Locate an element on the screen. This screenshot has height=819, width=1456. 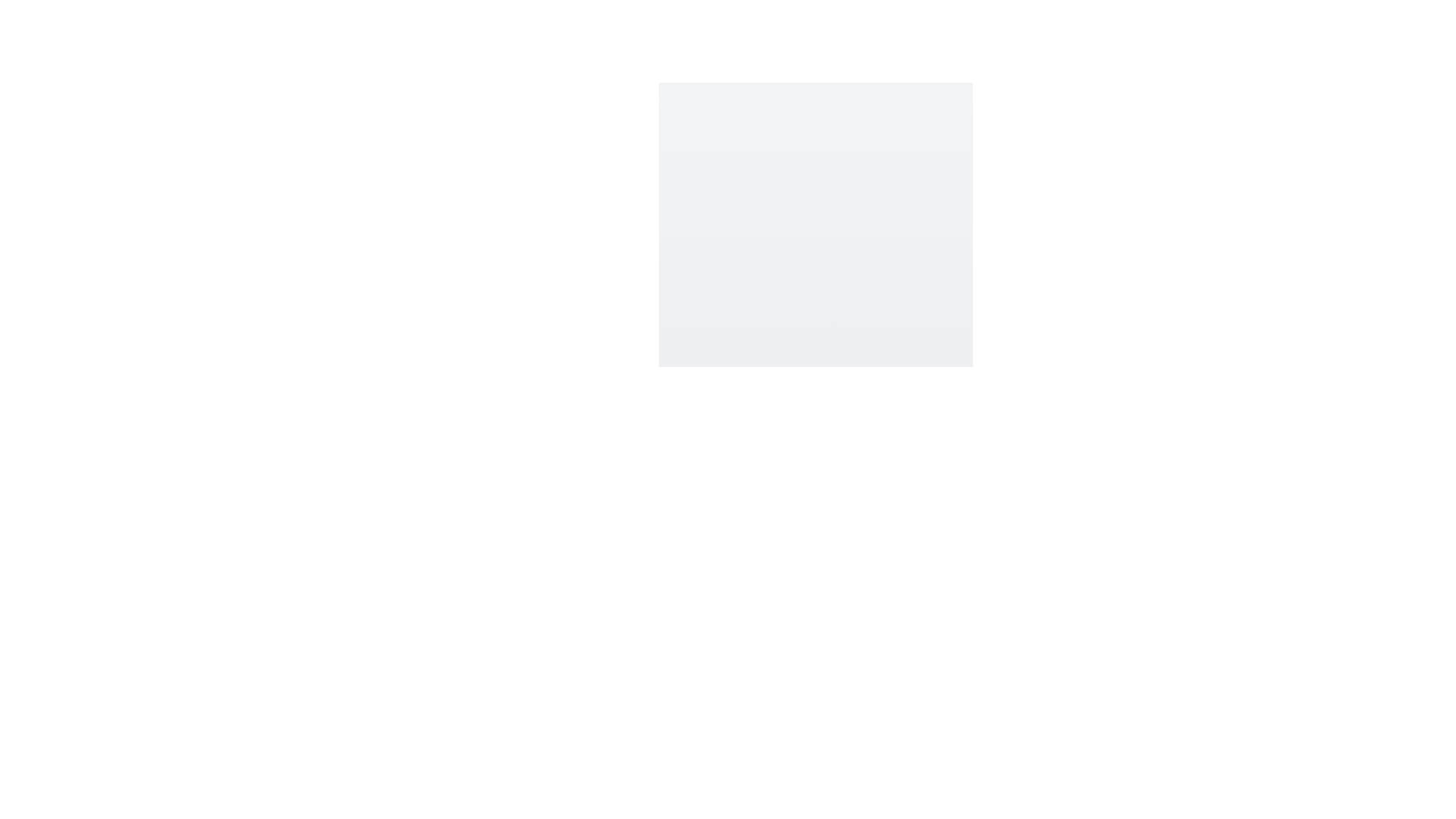
the close button of the feedback dialog is located at coordinates (945, 403).